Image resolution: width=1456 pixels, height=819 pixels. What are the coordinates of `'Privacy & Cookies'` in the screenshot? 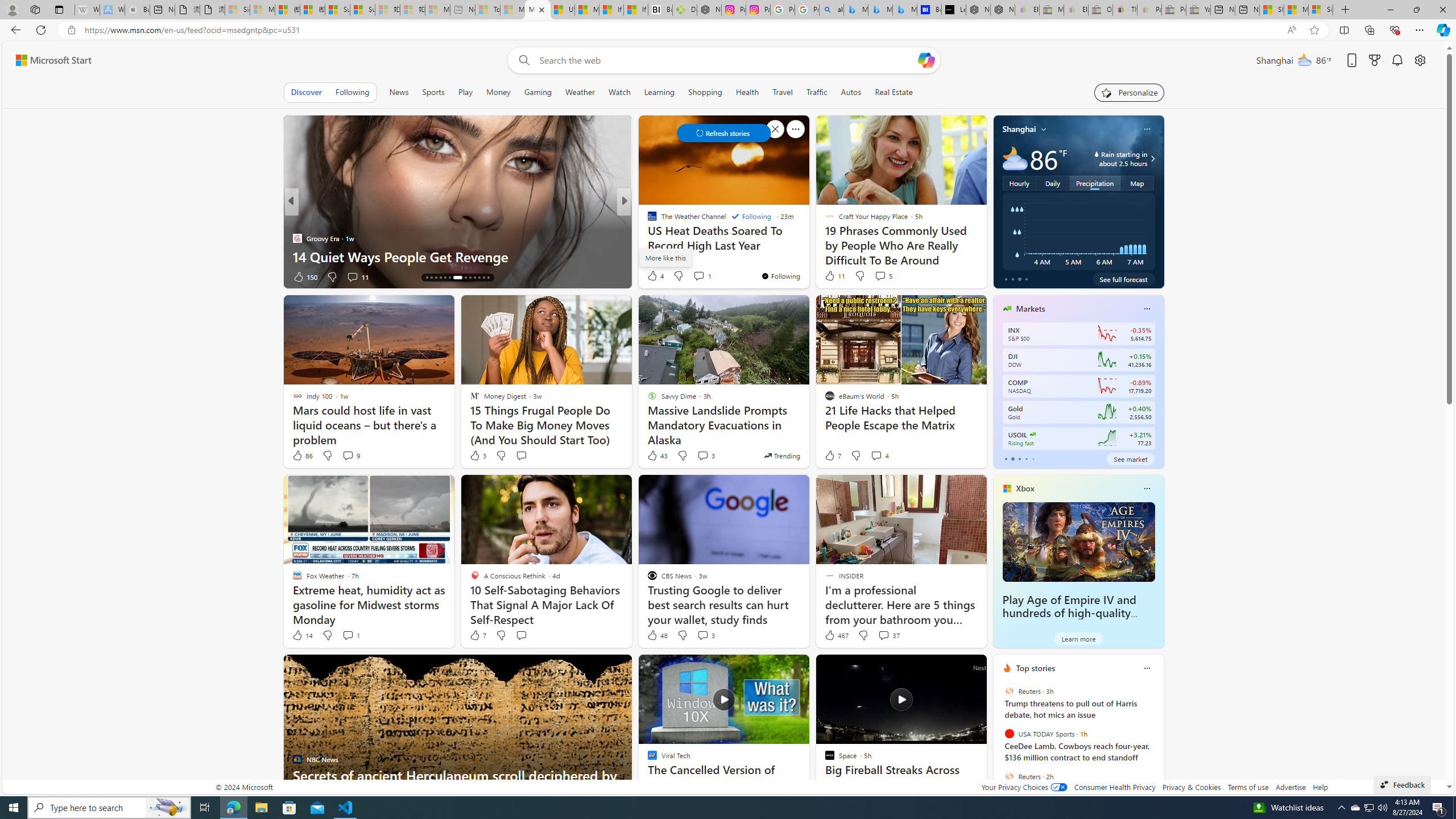 It's located at (1192, 786).